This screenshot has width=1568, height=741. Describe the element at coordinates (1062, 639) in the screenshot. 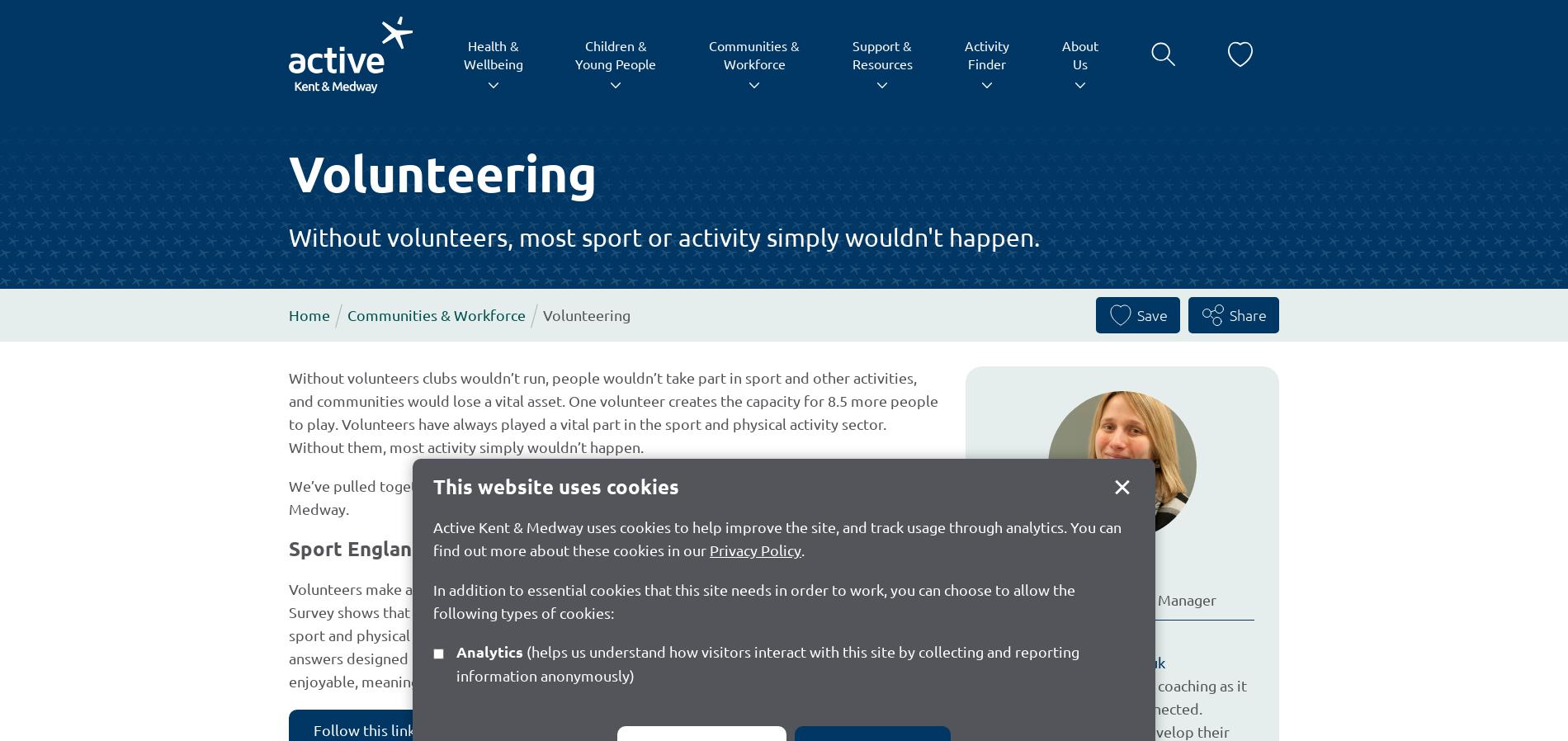

I see `'07540 690477'` at that location.